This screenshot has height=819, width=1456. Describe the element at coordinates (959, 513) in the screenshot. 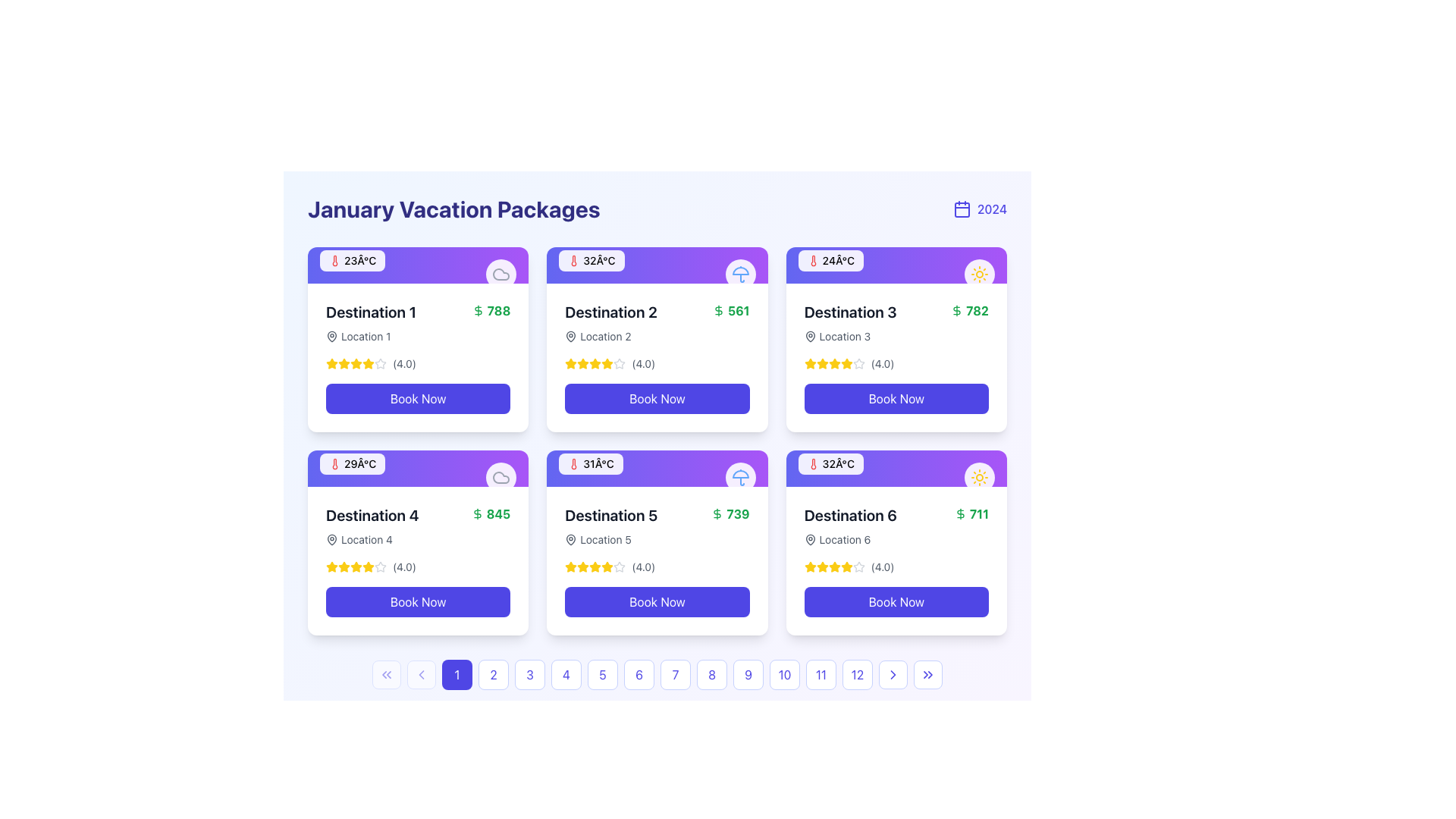

I see `the SVG icon representing the monetary value associated with the numeric label '711', which is located on the left side of its group within the card labeled 'Destination 6'` at that location.